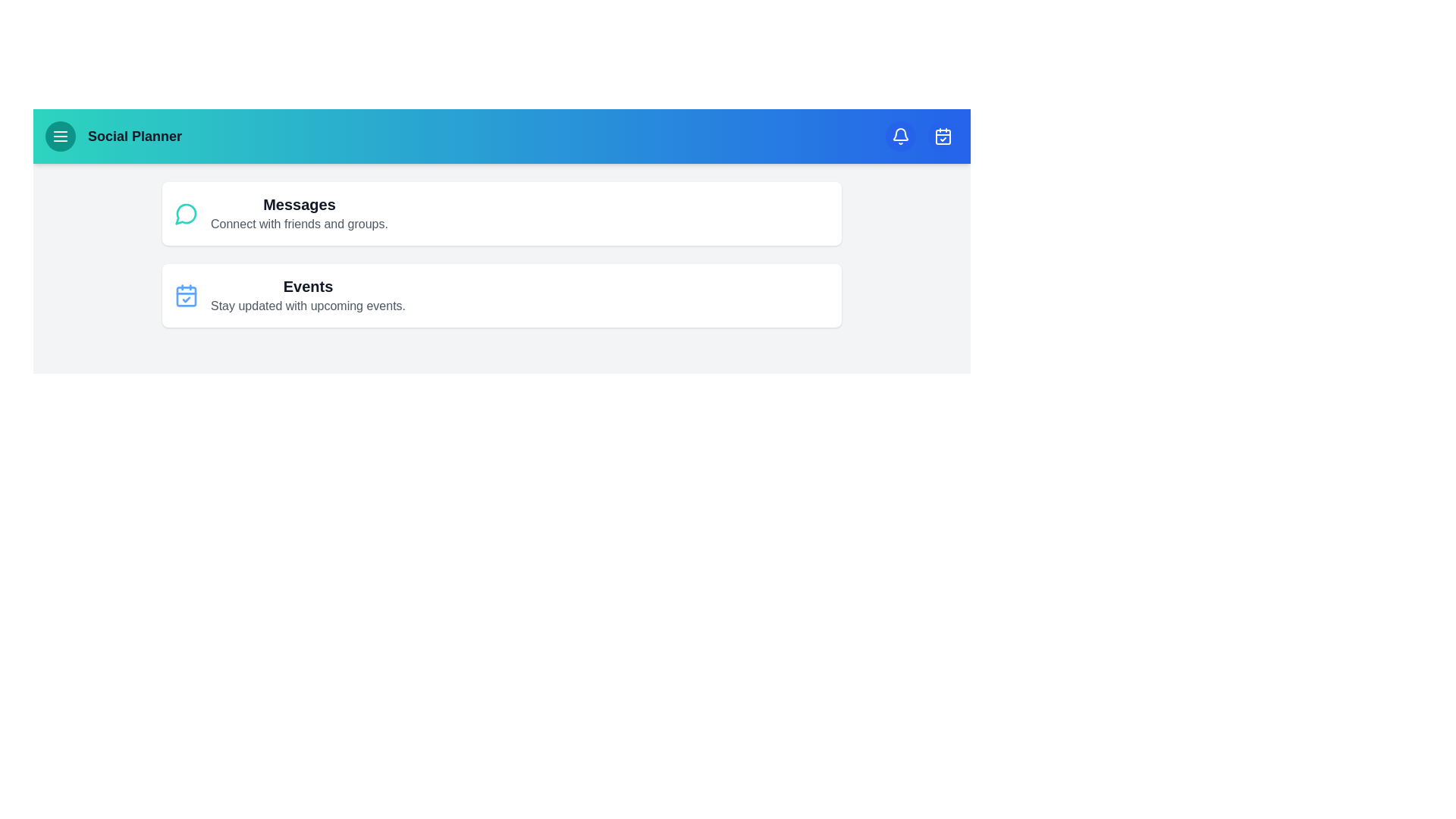  I want to click on the 'Messages' section to interact with it, so click(299, 213).